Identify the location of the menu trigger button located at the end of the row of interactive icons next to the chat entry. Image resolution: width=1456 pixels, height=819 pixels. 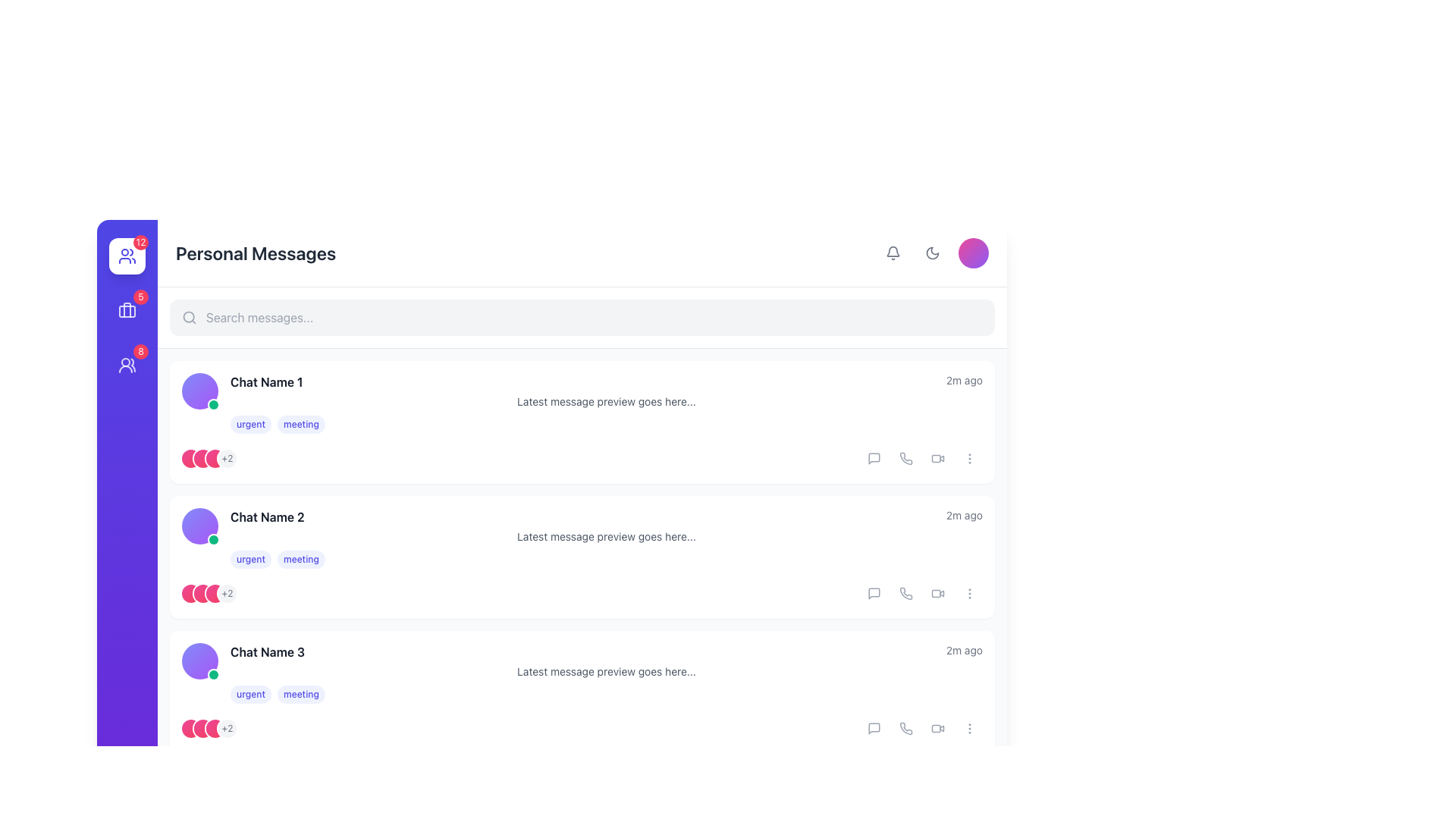
(968, 593).